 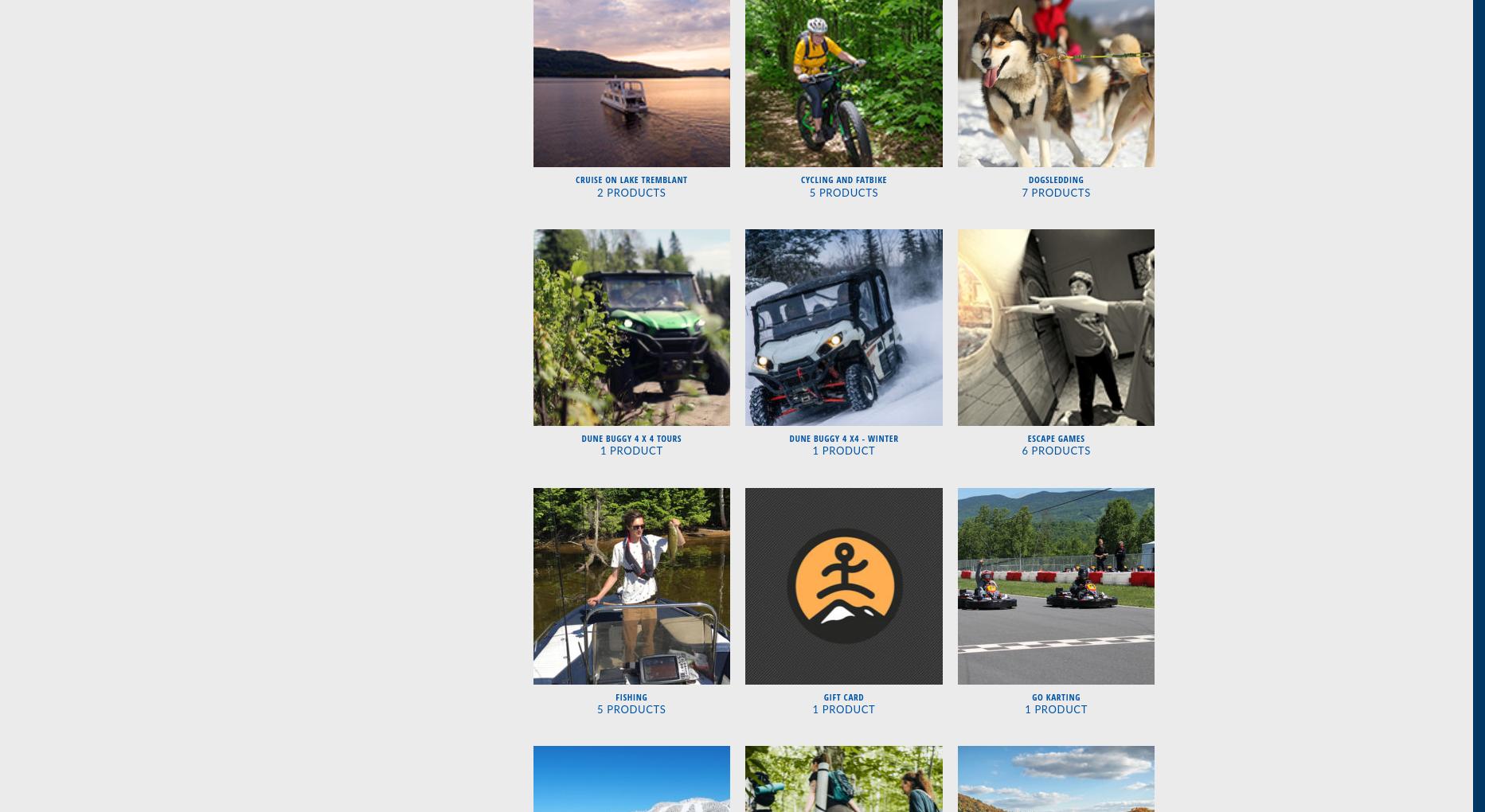 What do you see at coordinates (630, 437) in the screenshot?
I see `'Dune Buggy 4 x 4 Tours'` at bounding box center [630, 437].